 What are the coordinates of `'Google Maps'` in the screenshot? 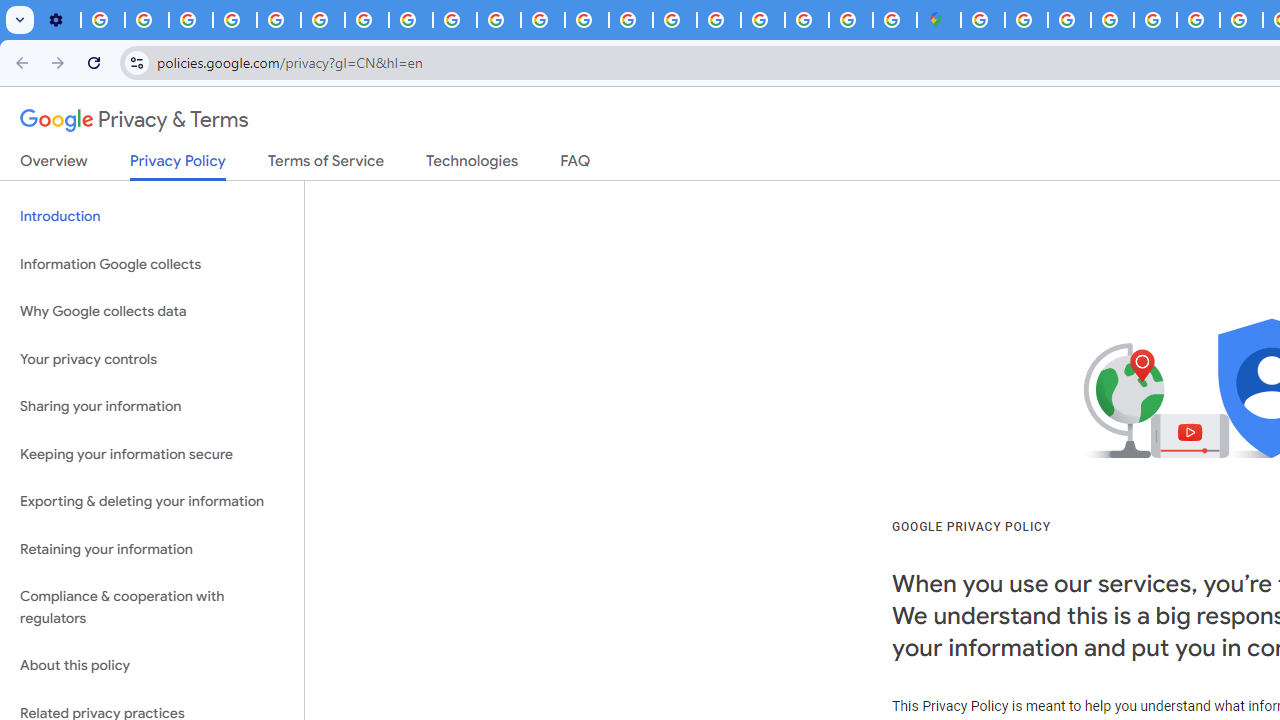 It's located at (937, 20).